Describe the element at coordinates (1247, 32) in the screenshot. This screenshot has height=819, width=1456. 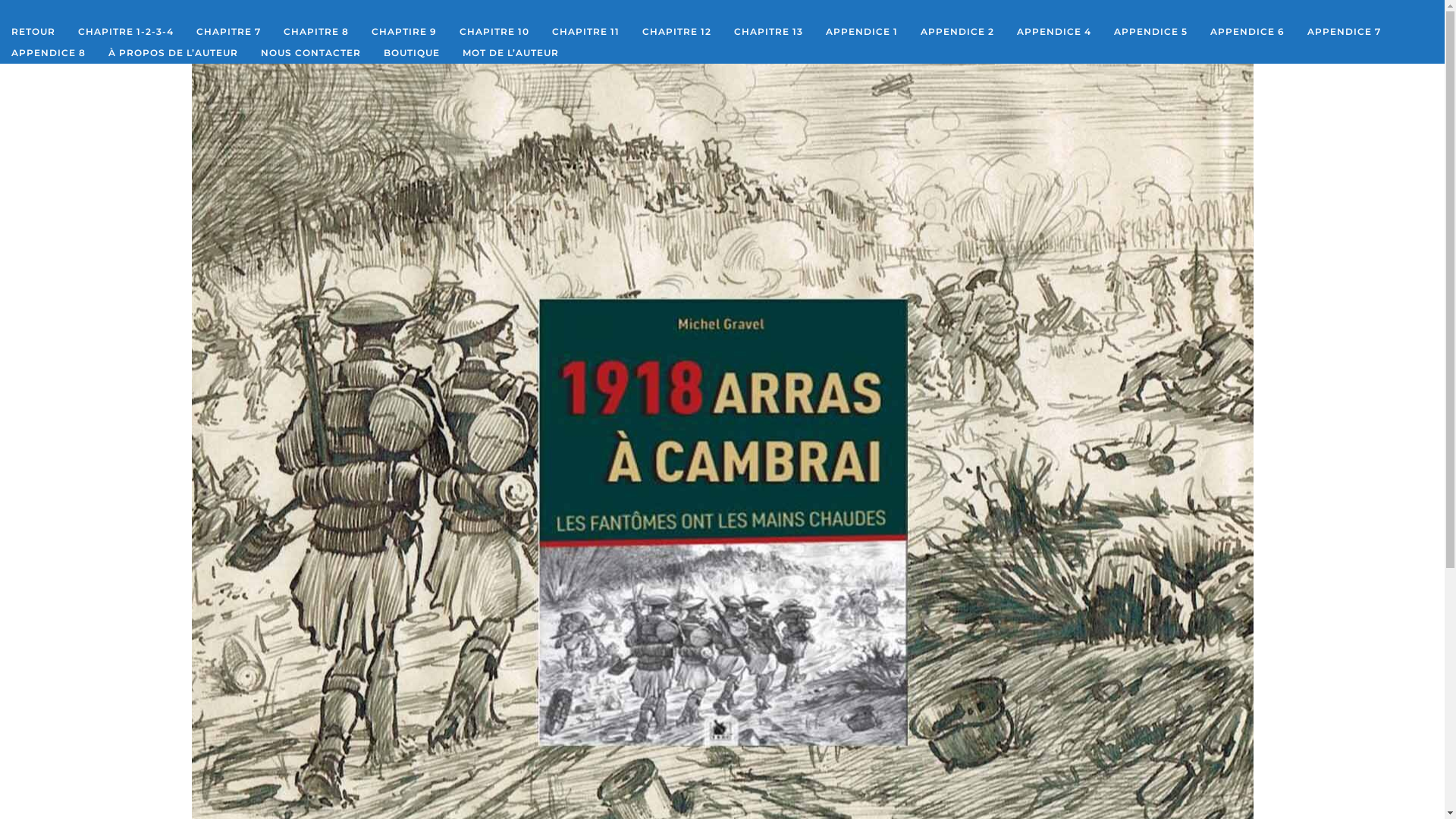
I see `'APPENDICE 6'` at that location.